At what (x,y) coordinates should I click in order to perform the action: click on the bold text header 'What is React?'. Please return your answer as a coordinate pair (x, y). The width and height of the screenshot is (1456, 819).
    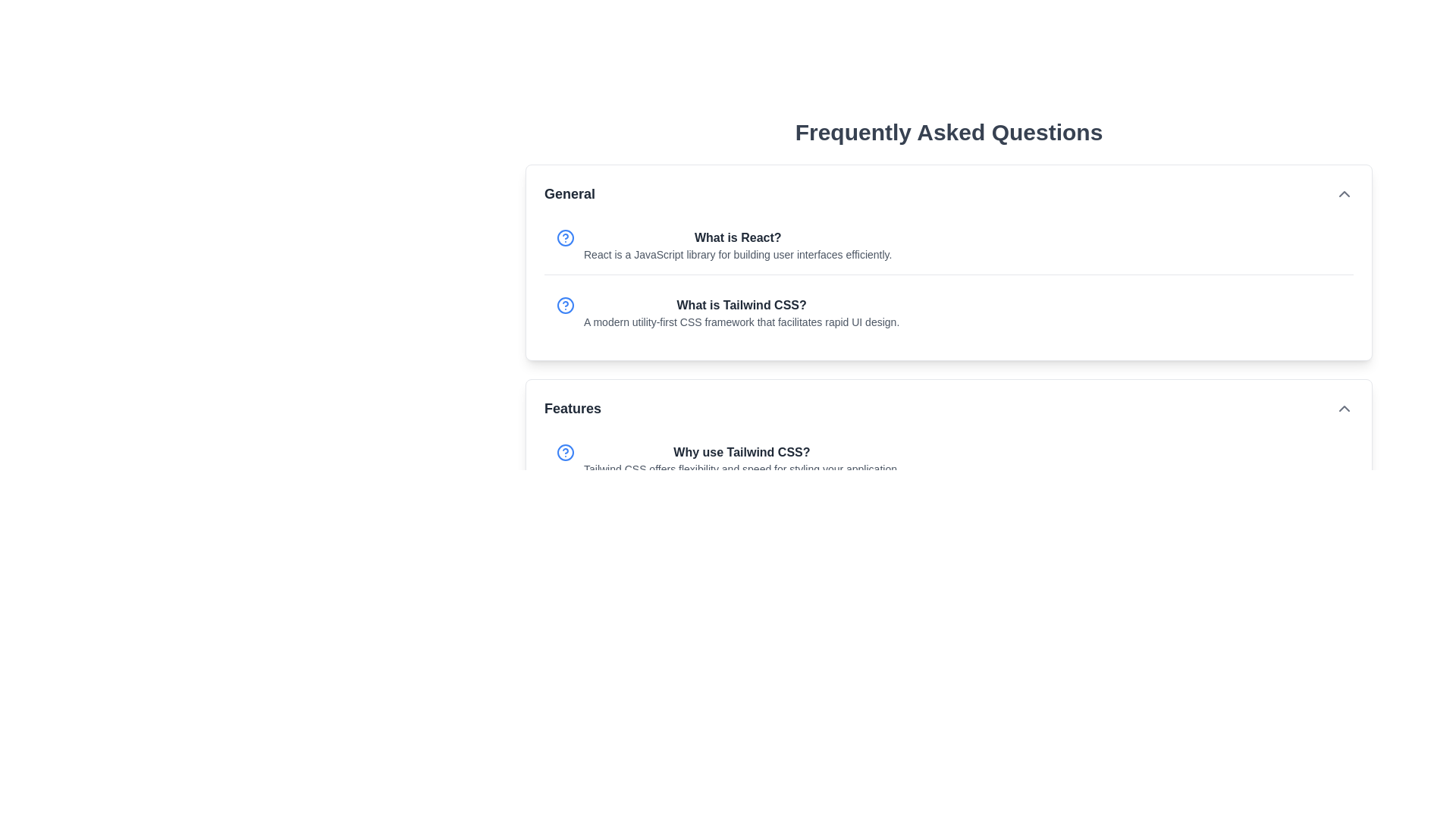
    Looking at the image, I should click on (738, 237).